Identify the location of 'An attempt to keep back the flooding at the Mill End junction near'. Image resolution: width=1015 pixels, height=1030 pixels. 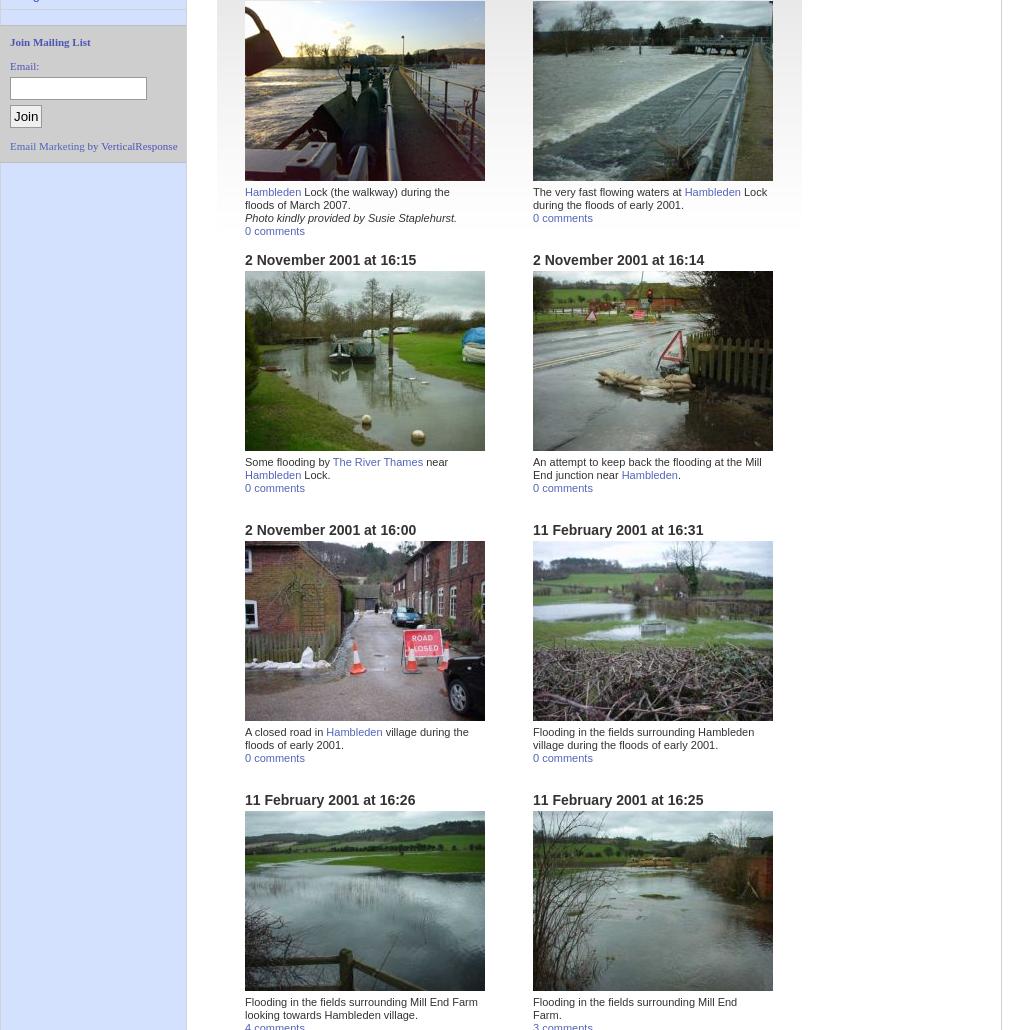
(645, 467).